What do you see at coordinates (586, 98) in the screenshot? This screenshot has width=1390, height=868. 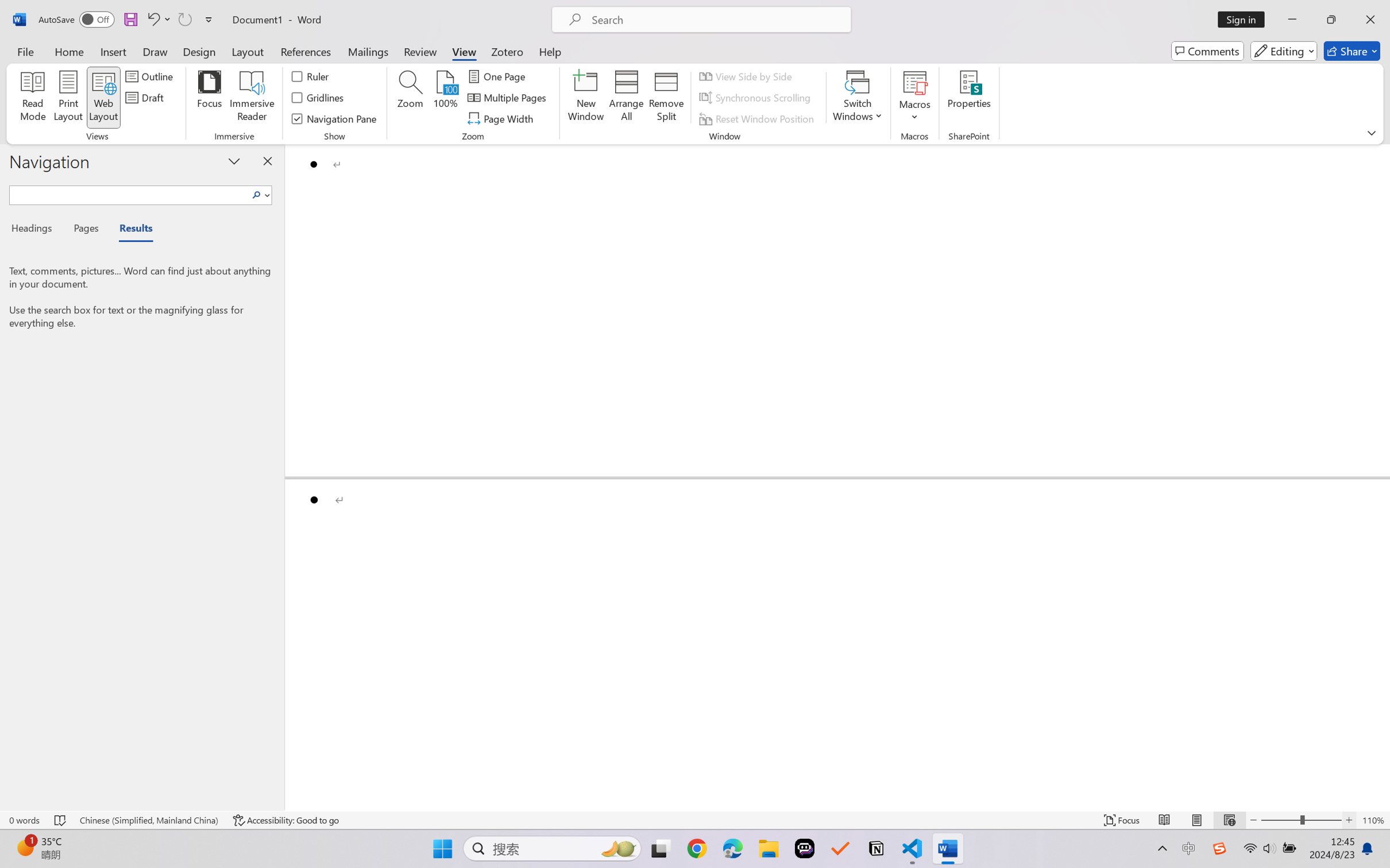 I see `'New Window'` at bounding box center [586, 98].